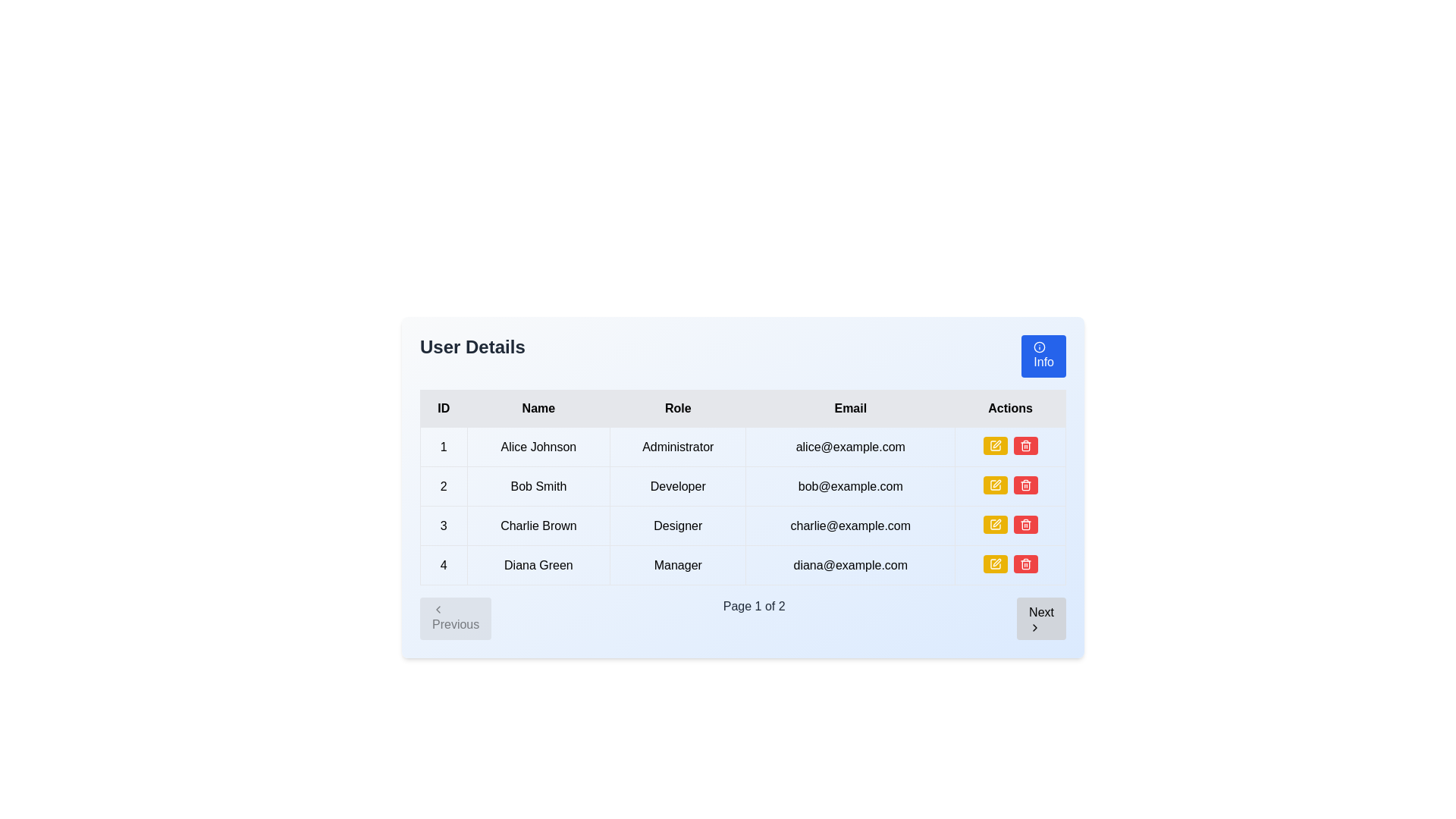 This screenshot has height=819, width=1456. I want to click on the first icon in the third row of the 'Actions' column, which is a square outline with a diagonal line or pen-like feature inside it, so click(995, 523).